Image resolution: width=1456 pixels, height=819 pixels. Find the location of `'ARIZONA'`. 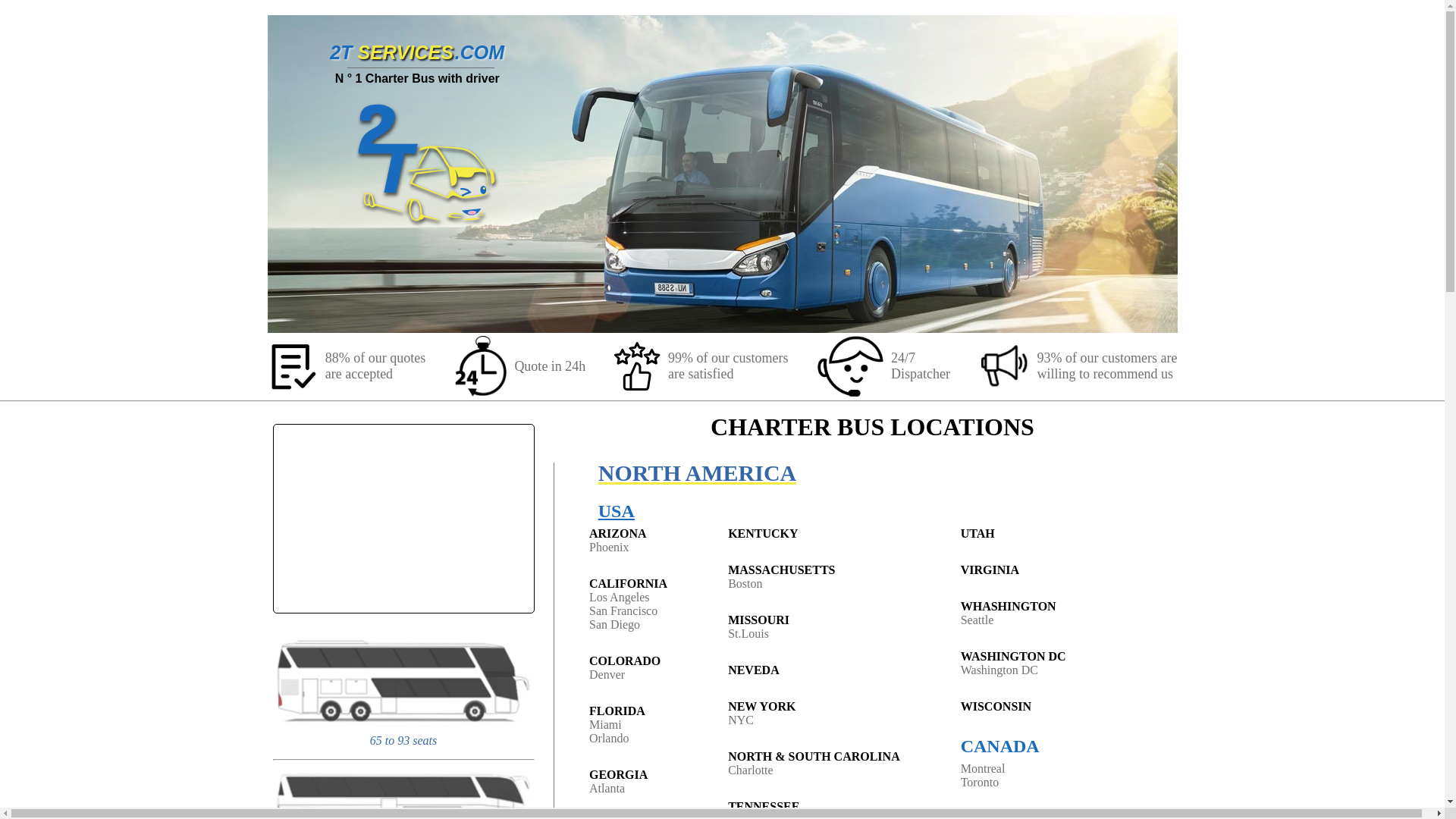

'ARIZONA' is located at coordinates (618, 532).